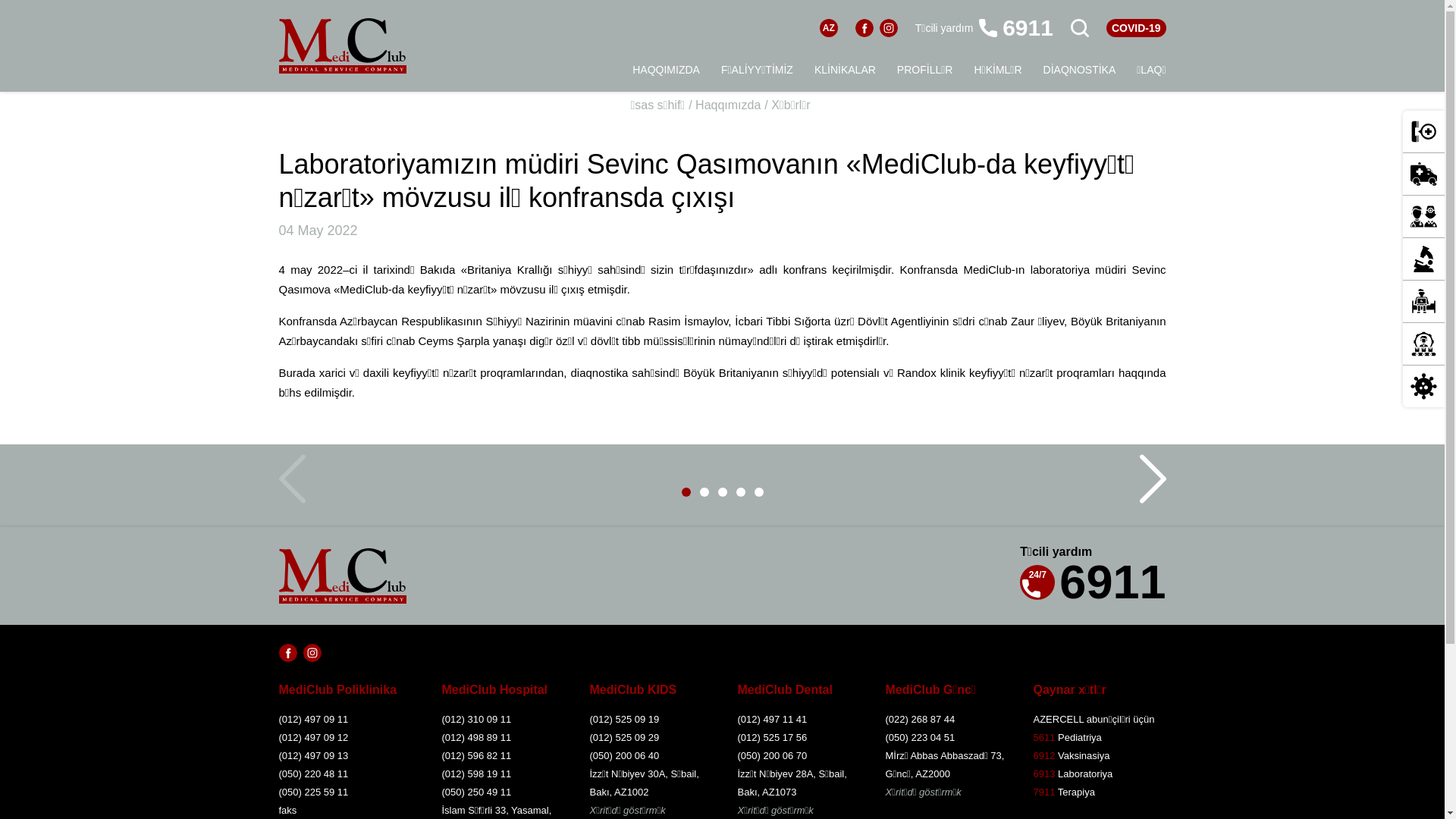 The image size is (1456, 819). Describe the element at coordinates (666, 70) in the screenshot. I see `'HAQQIMIZDA'` at that location.